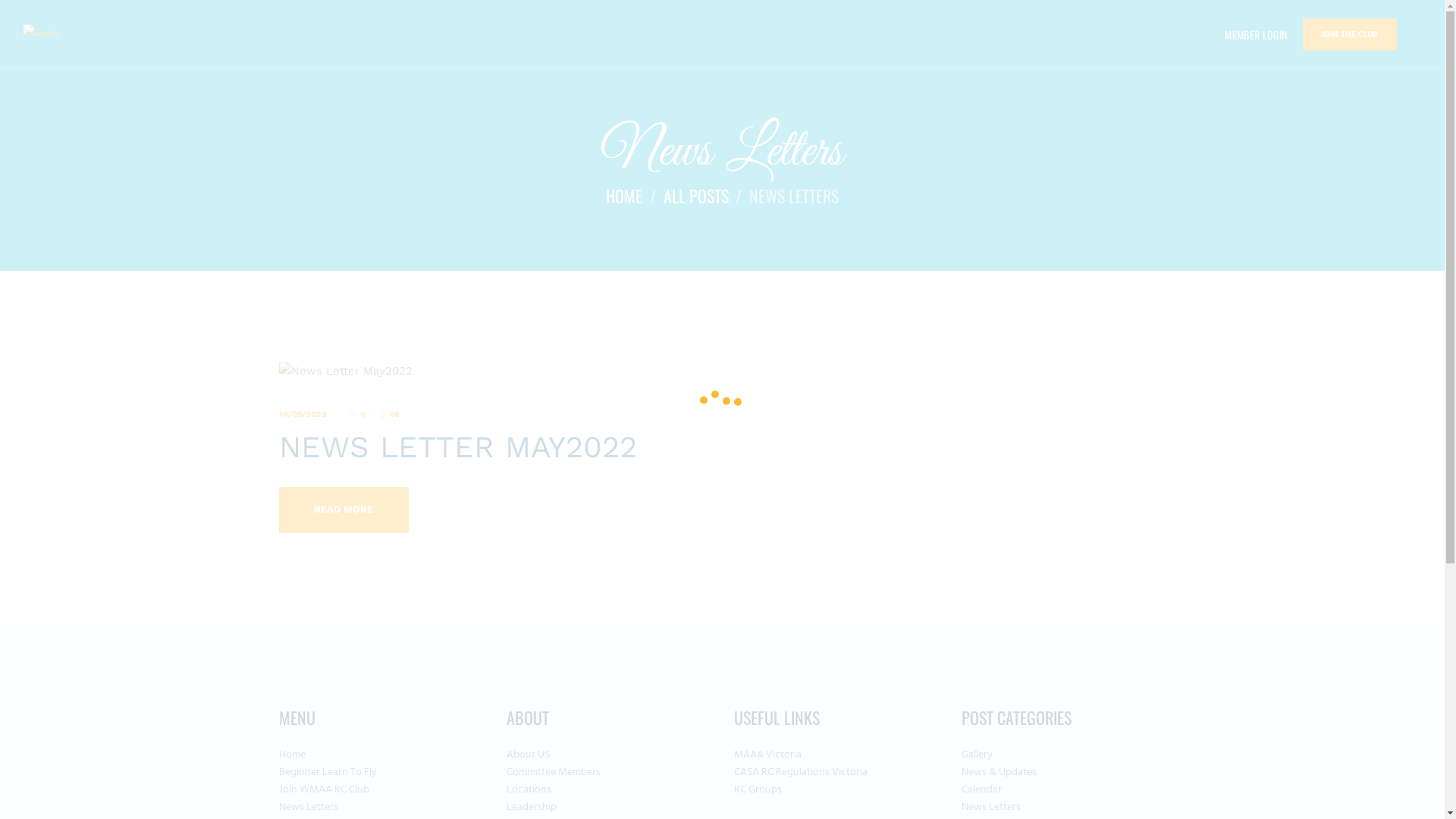  What do you see at coordinates (767, 755) in the screenshot?
I see `'MAAA Victoria'` at bounding box center [767, 755].